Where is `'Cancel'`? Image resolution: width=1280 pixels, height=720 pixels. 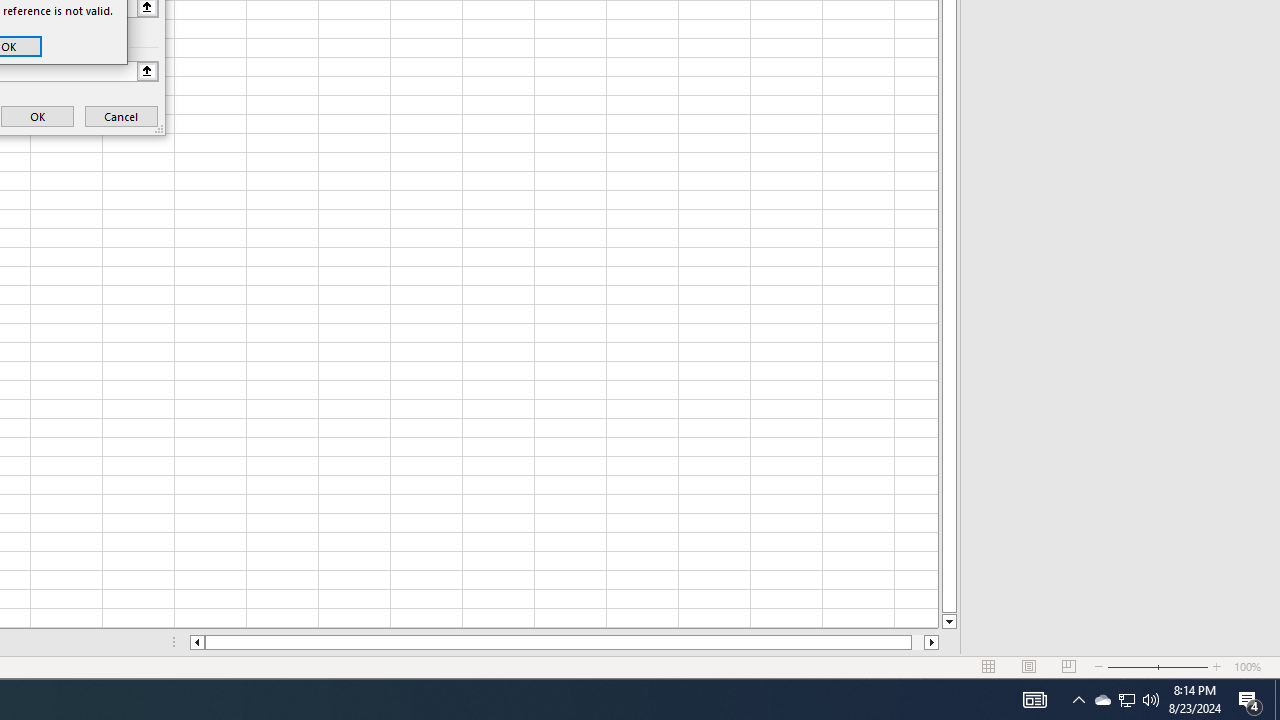
'Cancel' is located at coordinates (120, 116).